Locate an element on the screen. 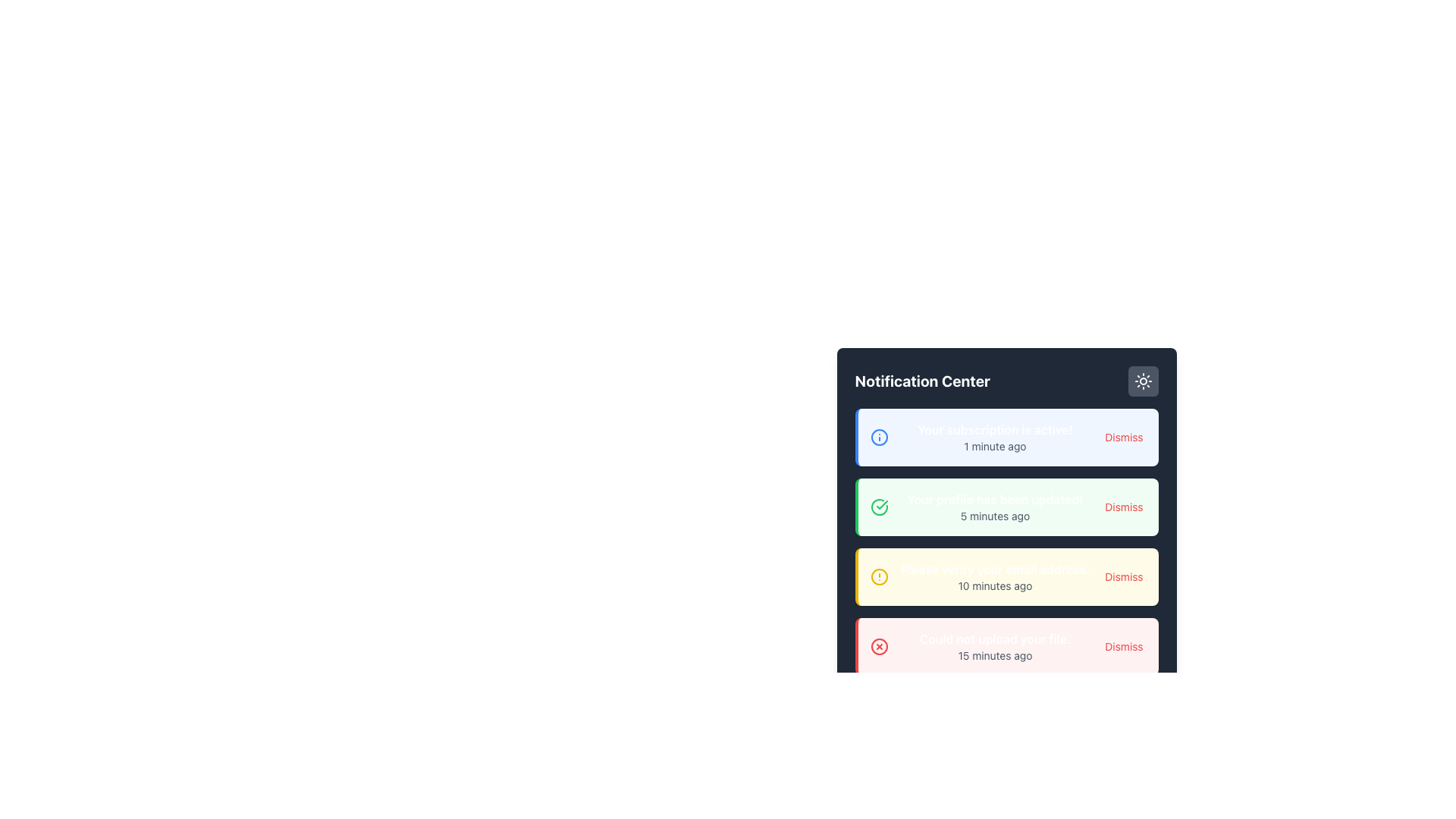 The height and width of the screenshot is (819, 1456). the SVG Icon that represents a confirmation or success indicator located in the second card of the vertically stacked notification list in the notification center, positioned towards the left side of the card is located at coordinates (881, 505).